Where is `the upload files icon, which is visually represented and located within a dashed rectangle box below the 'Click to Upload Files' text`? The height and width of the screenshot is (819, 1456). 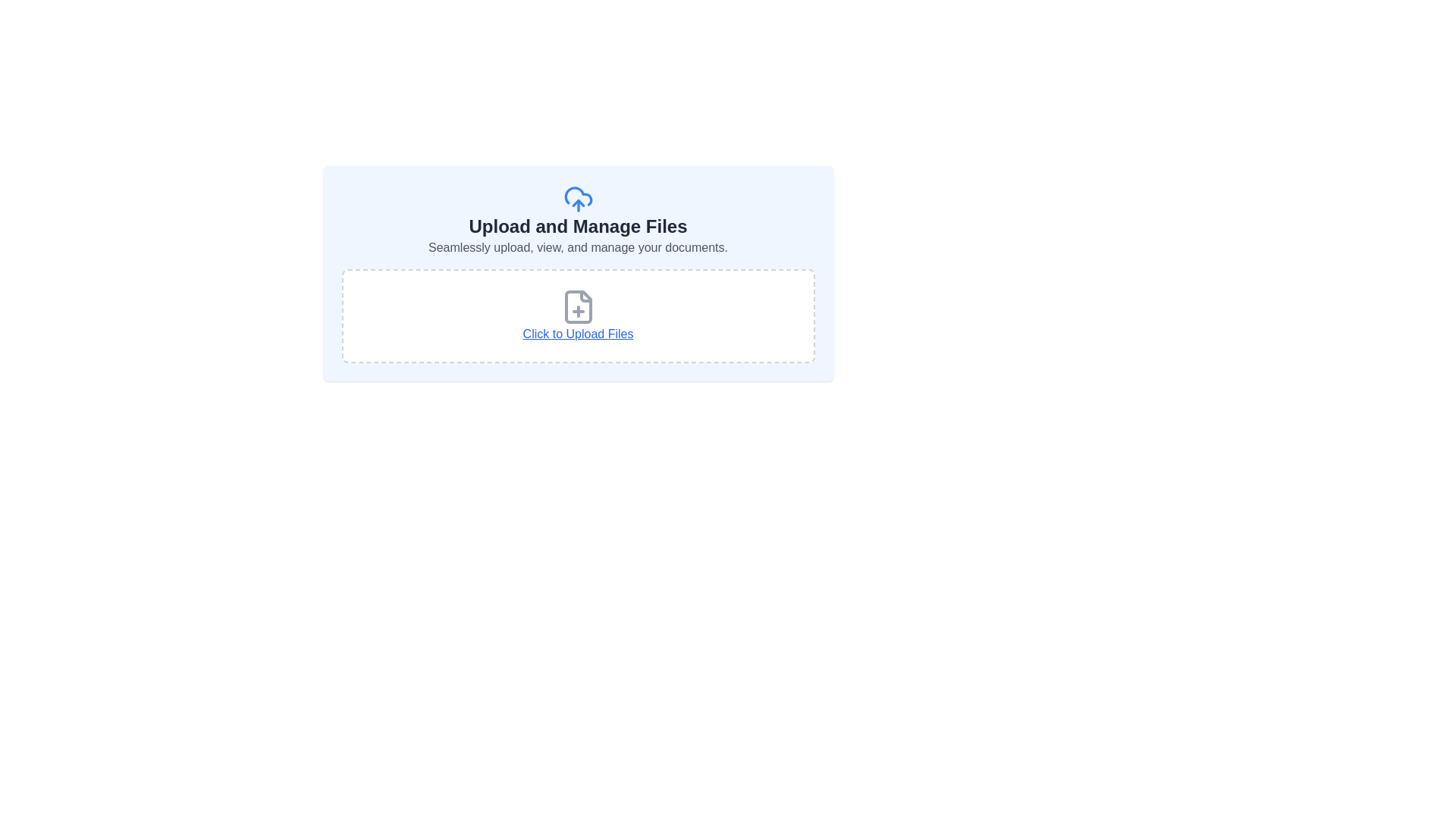 the upload files icon, which is visually represented and located within a dashed rectangle box below the 'Click to Upload Files' text is located at coordinates (577, 307).